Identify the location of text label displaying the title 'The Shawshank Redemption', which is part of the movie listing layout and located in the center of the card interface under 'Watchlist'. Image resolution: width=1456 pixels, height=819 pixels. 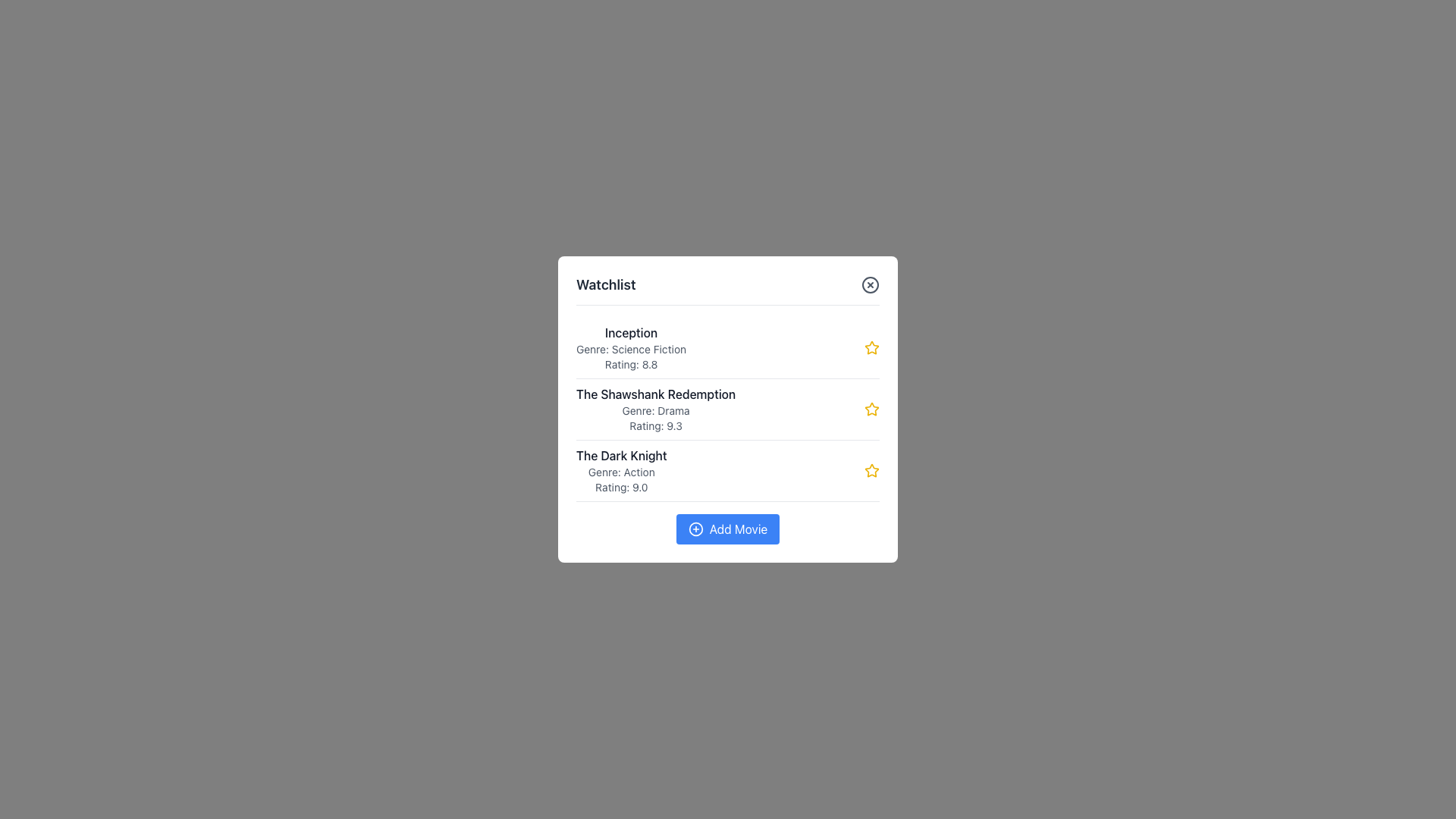
(656, 394).